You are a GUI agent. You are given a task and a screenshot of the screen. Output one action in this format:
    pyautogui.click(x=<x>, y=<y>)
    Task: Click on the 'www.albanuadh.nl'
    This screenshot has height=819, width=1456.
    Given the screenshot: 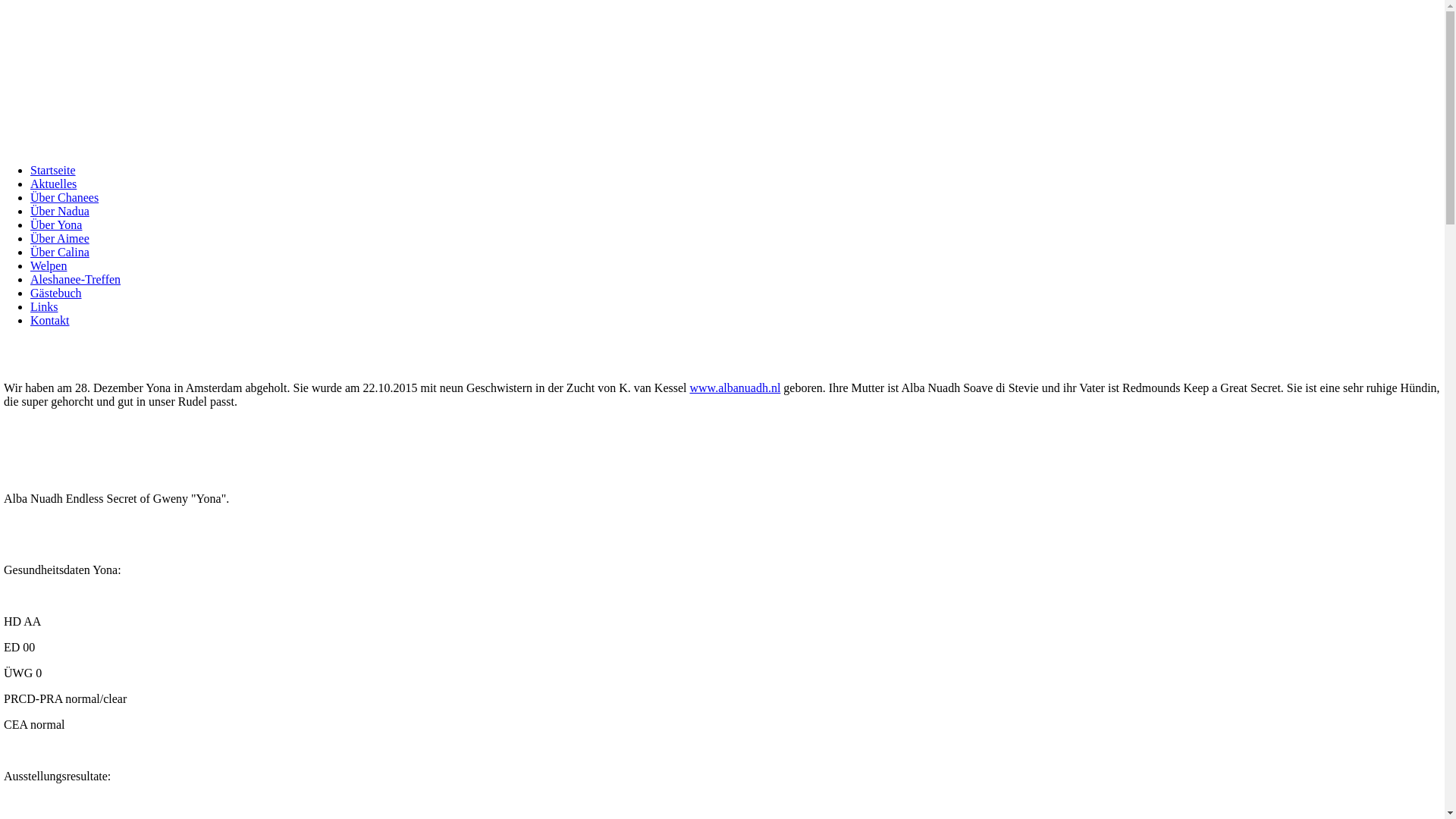 What is the action you would take?
    pyautogui.click(x=735, y=387)
    